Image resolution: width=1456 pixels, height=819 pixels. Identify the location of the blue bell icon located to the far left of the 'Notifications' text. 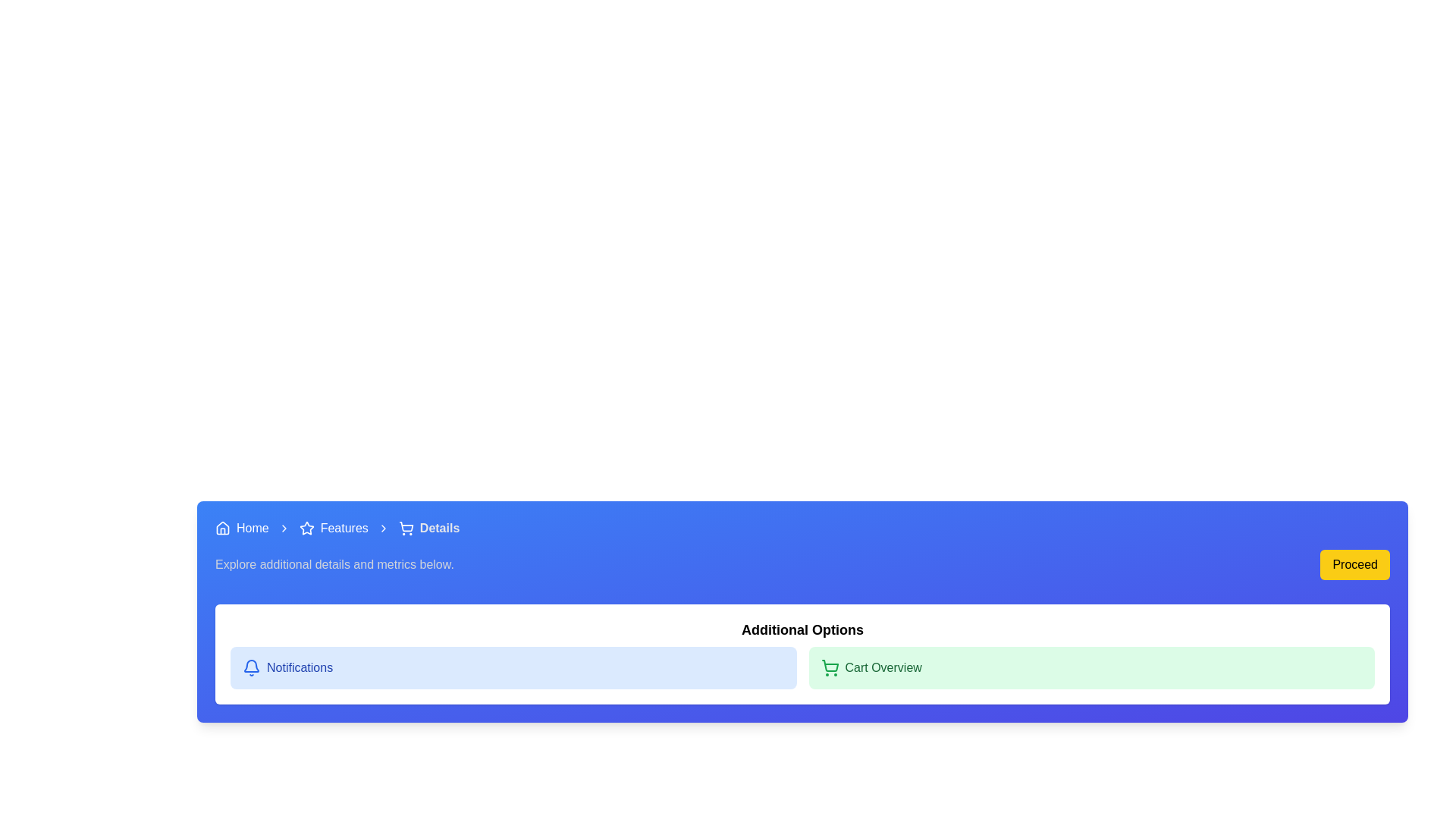
(251, 667).